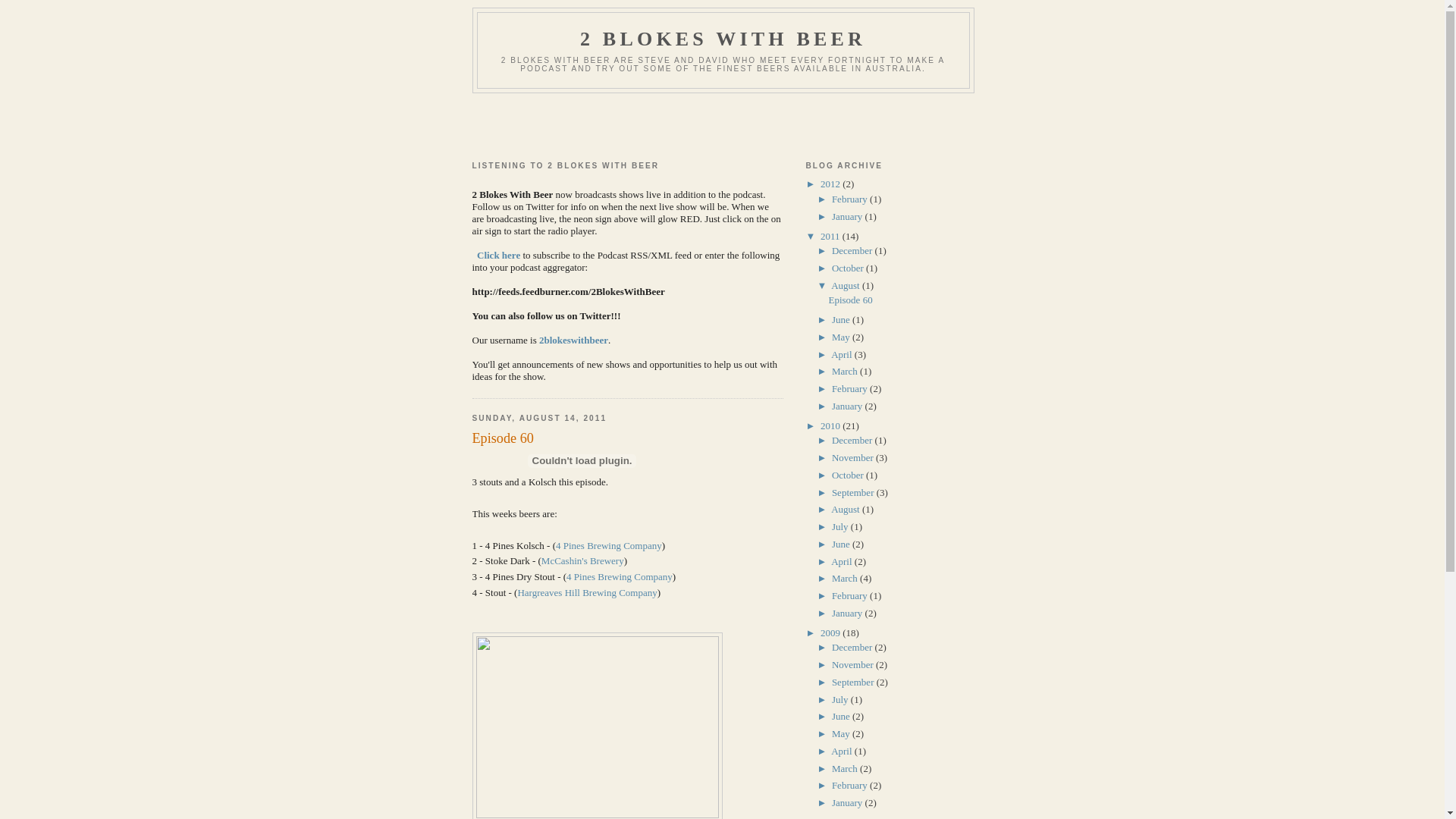 The width and height of the screenshot is (1456, 819). I want to click on '2010', so click(819, 425).